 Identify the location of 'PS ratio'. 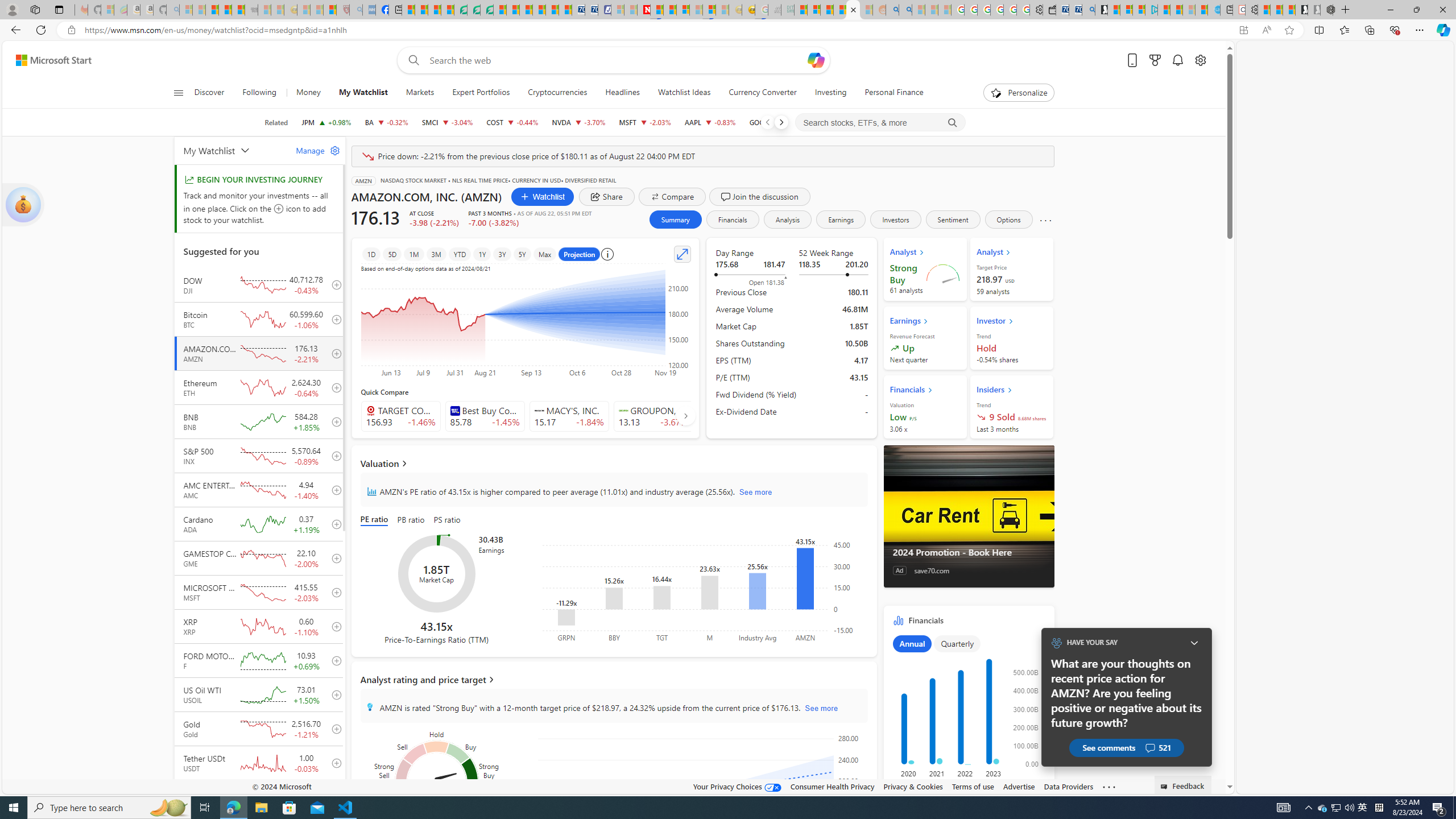
(447, 520).